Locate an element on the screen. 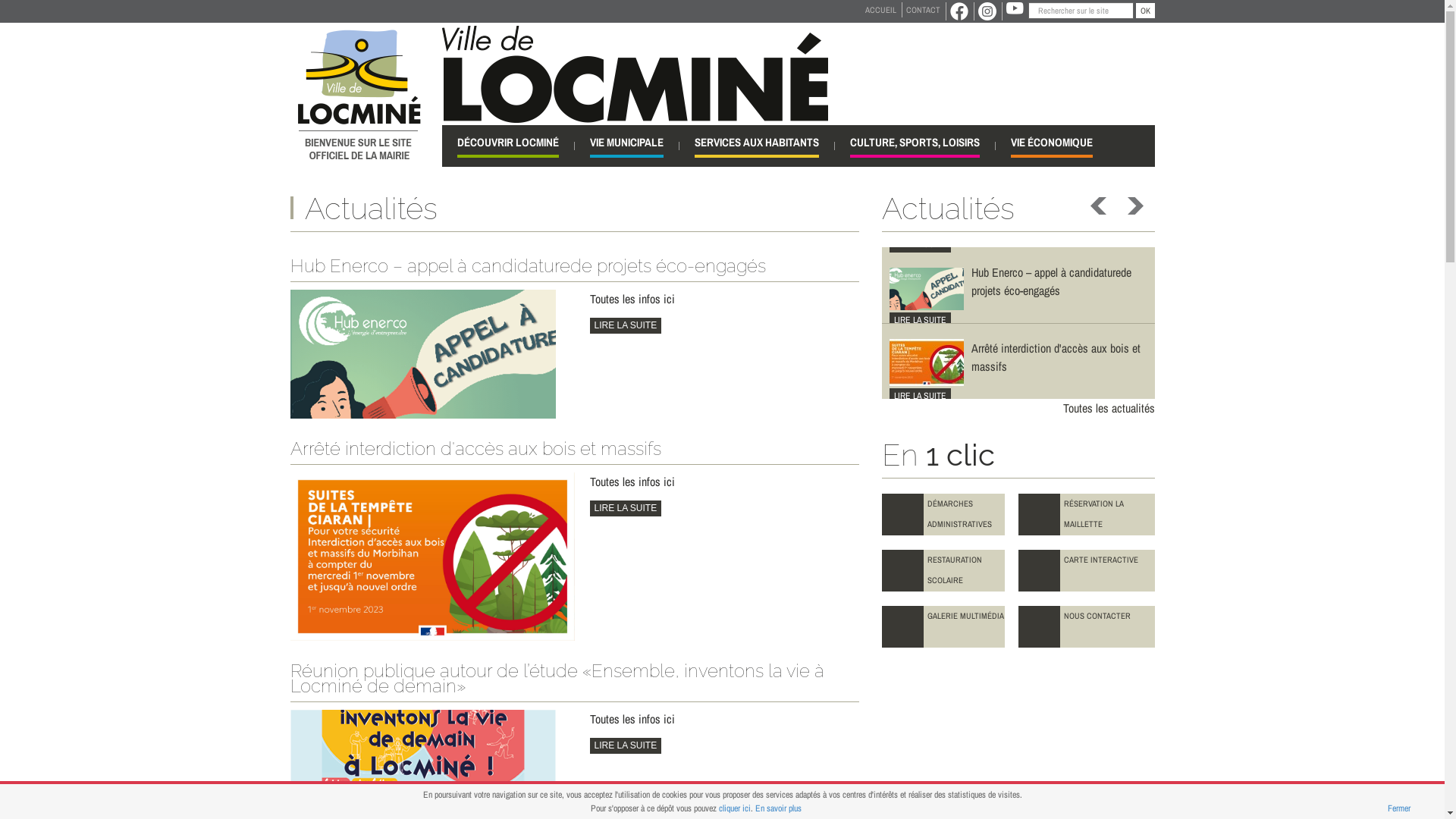  'Previous' is located at coordinates (1100, 206).